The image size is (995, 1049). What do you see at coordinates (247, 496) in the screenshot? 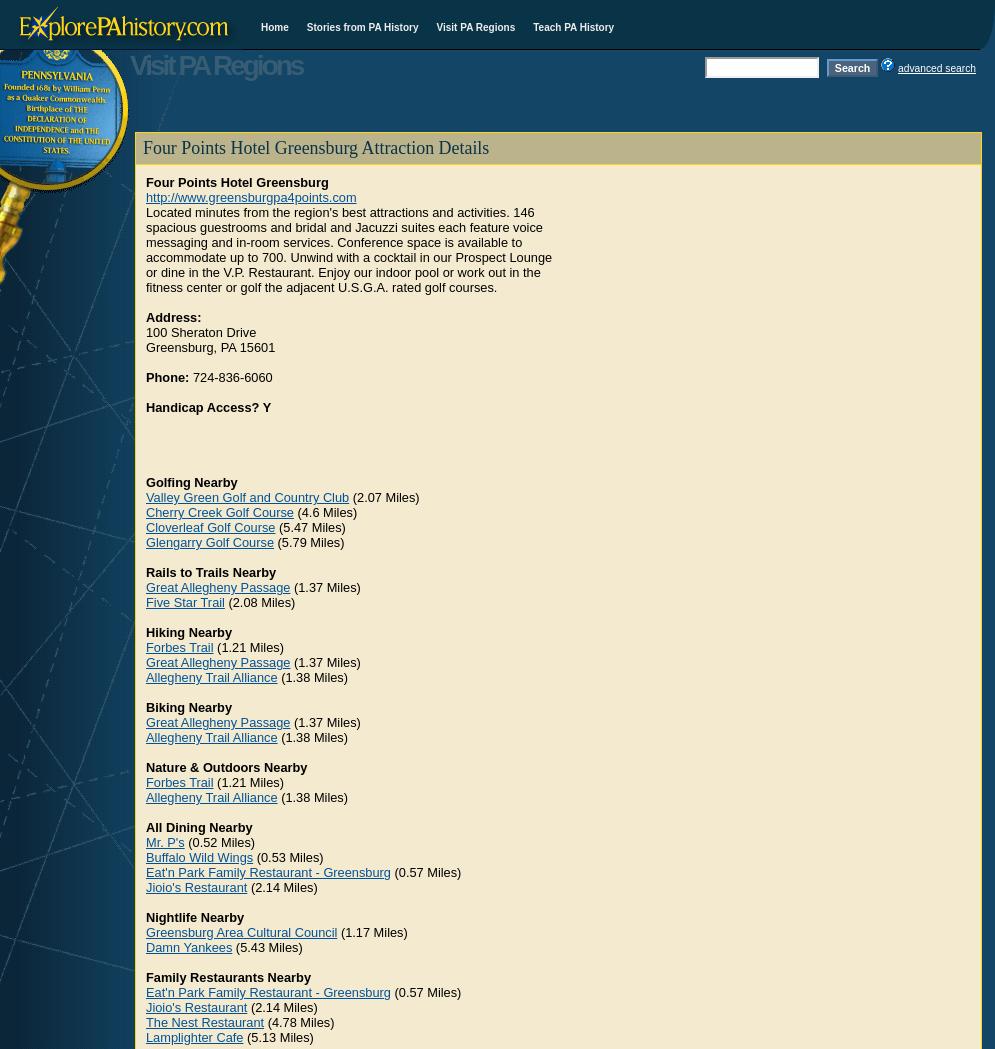
I see `'Valley Green Golf and Country Club'` at bounding box center [247, 496].